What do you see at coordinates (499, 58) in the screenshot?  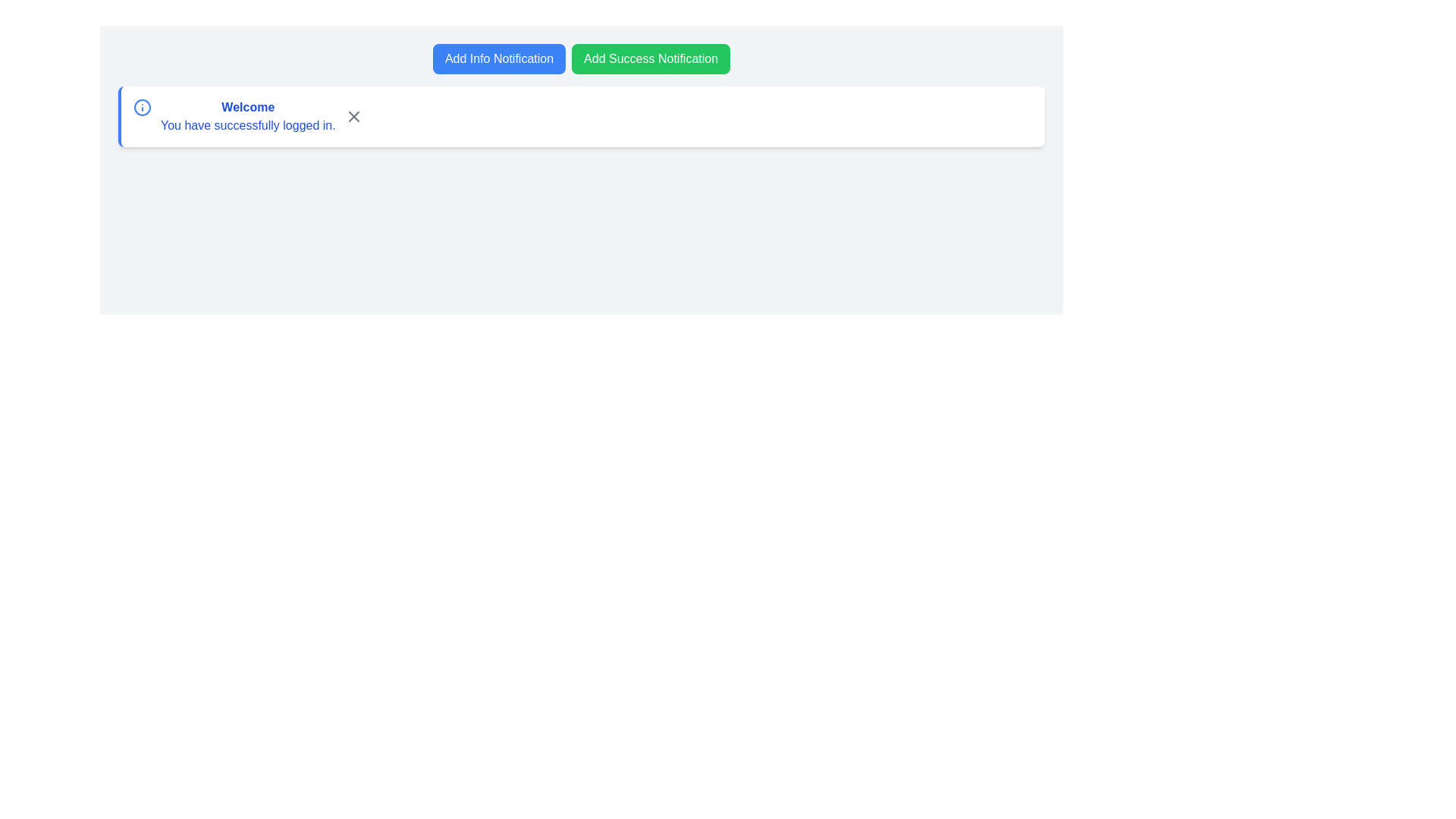 I see `the leftmost button with a blue background and white text that reads 'Add Info Notification'` at bounding box center [499, 58].